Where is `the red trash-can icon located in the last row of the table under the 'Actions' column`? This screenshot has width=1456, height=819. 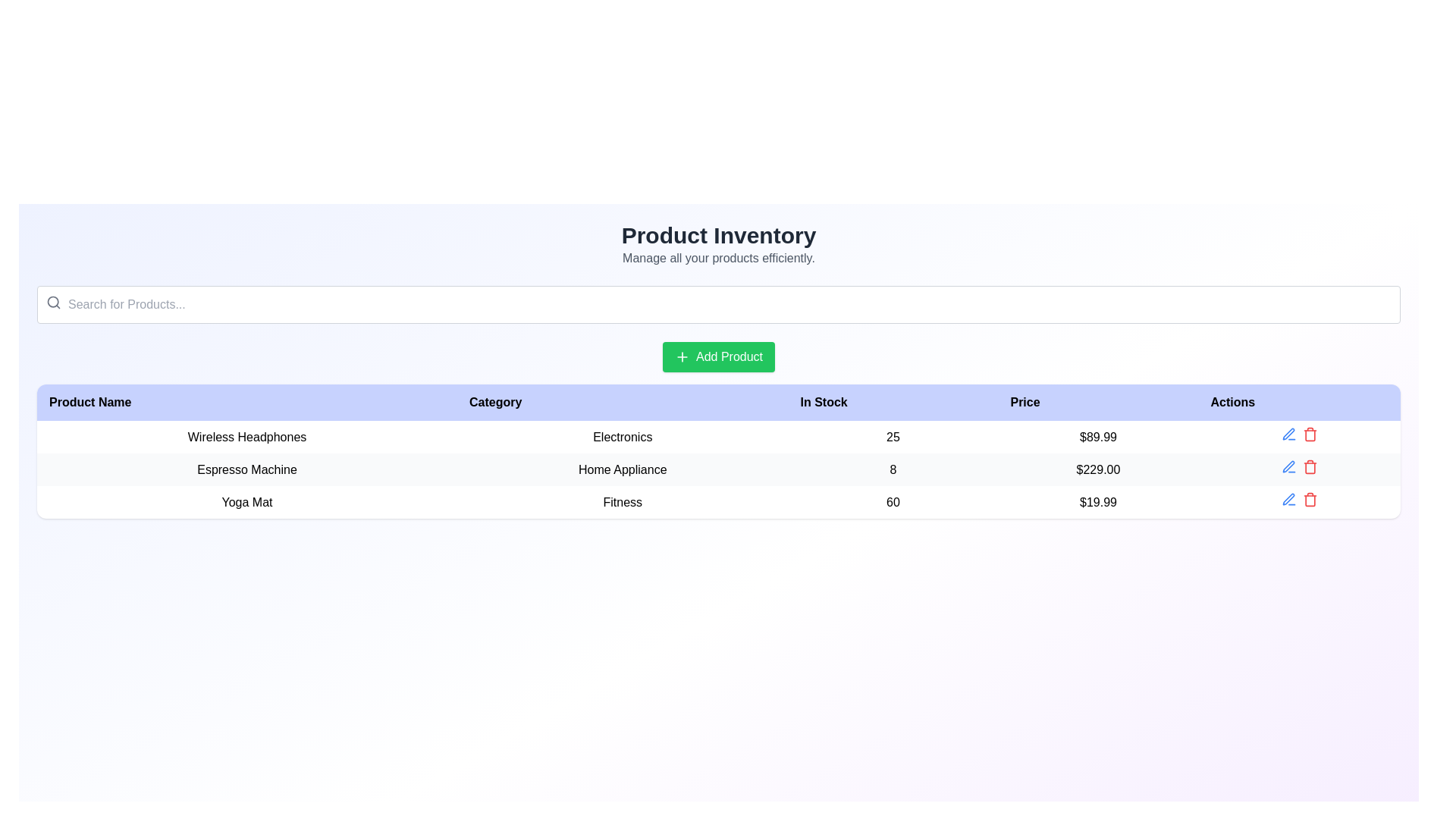
the red trash-can icon located in the last row of the table under the 'Actions' column is located at coordinates (1309, 500).